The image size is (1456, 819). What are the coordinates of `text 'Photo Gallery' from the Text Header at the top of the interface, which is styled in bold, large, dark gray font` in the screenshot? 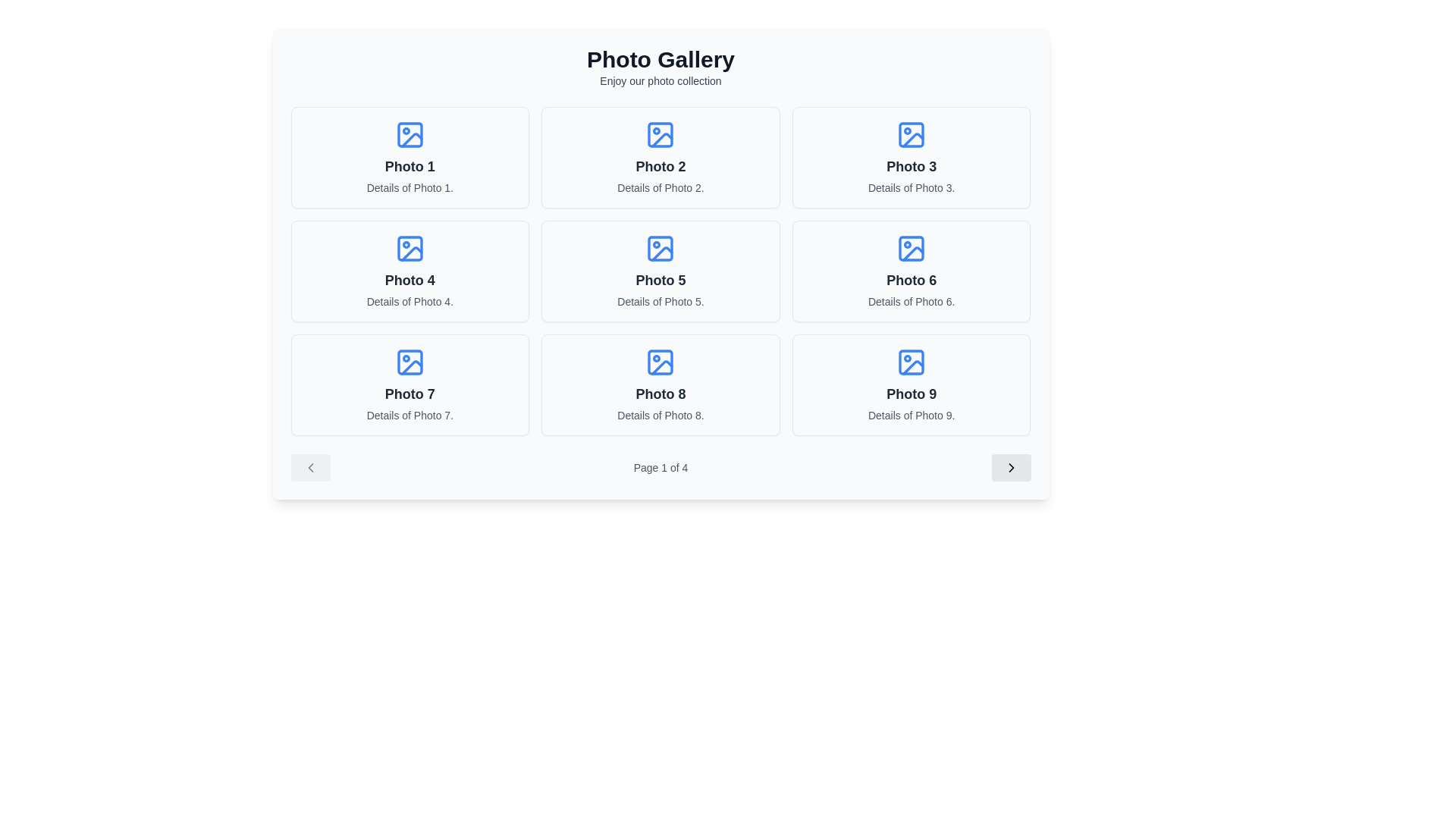 It's located at (661, 58).